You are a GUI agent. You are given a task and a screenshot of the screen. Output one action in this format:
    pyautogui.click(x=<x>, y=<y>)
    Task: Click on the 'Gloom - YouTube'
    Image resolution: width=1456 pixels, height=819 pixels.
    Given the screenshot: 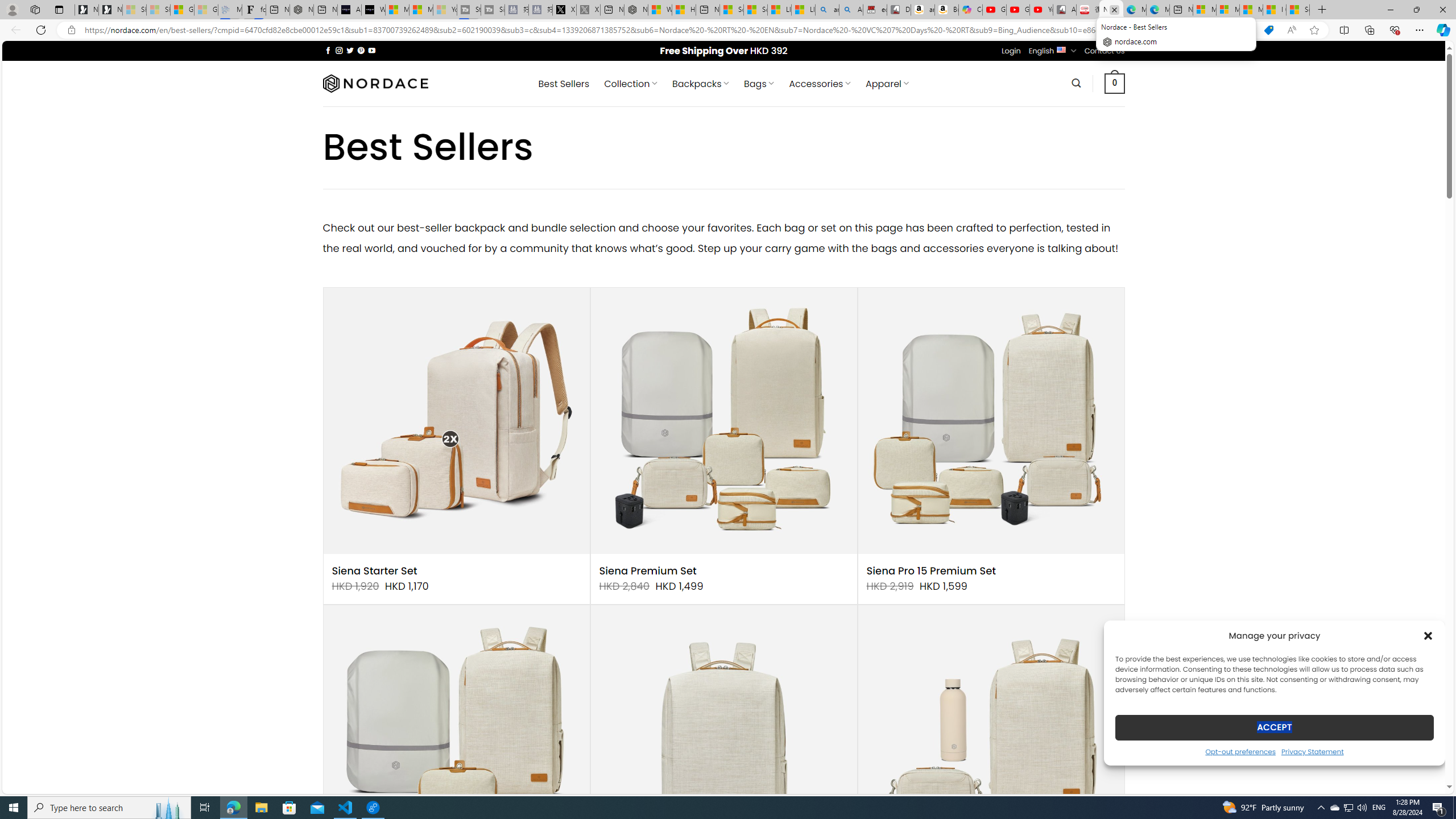 What is the action you would take?
    pyautogui.click(x=1017, y=9)
    